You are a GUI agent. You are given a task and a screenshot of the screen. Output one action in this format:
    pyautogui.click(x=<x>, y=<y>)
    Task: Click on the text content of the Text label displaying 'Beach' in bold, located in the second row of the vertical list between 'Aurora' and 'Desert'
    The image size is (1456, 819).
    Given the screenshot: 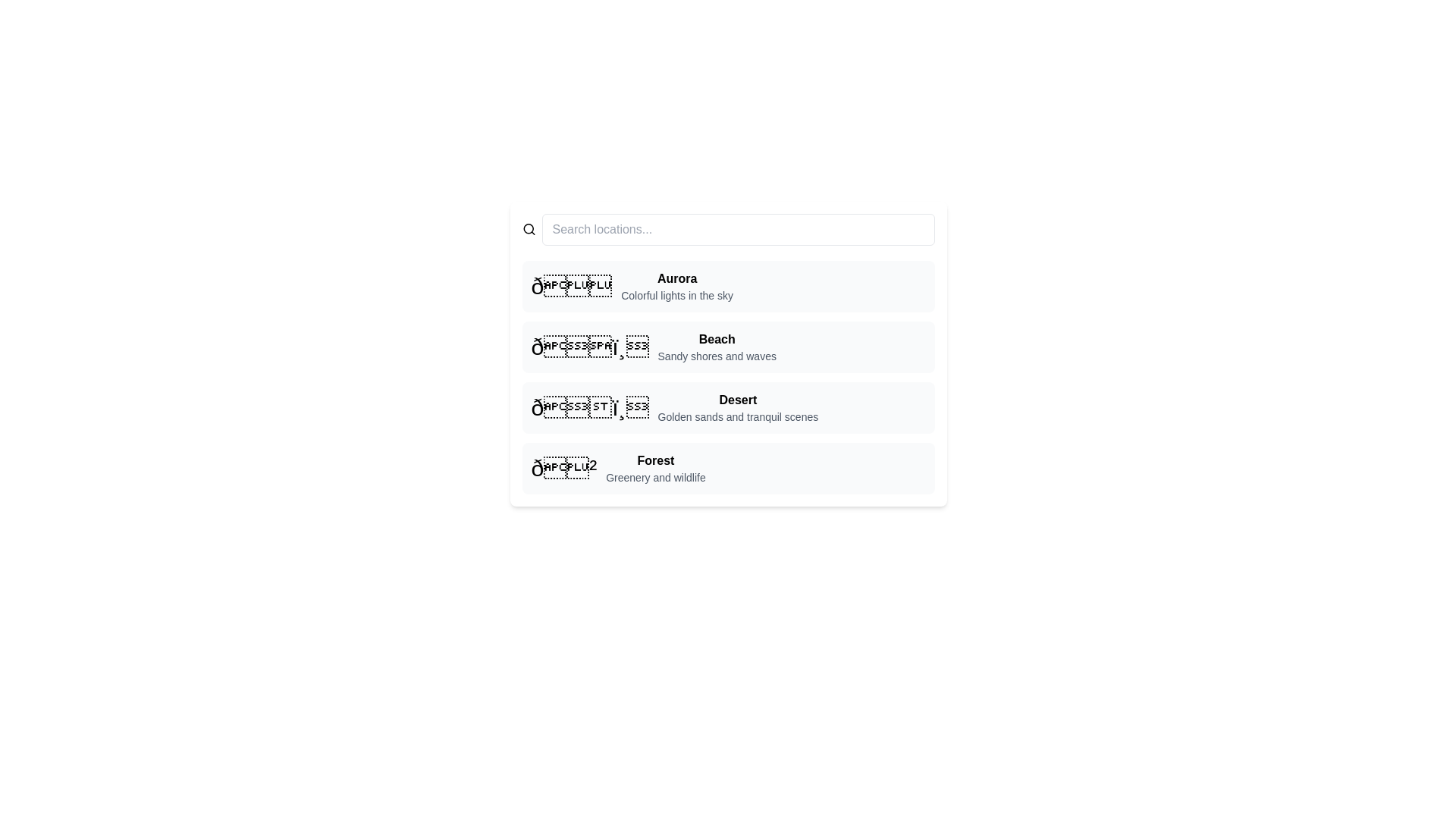 What is the action you would take?
    pyautogui.click(x=716, y=347)
    